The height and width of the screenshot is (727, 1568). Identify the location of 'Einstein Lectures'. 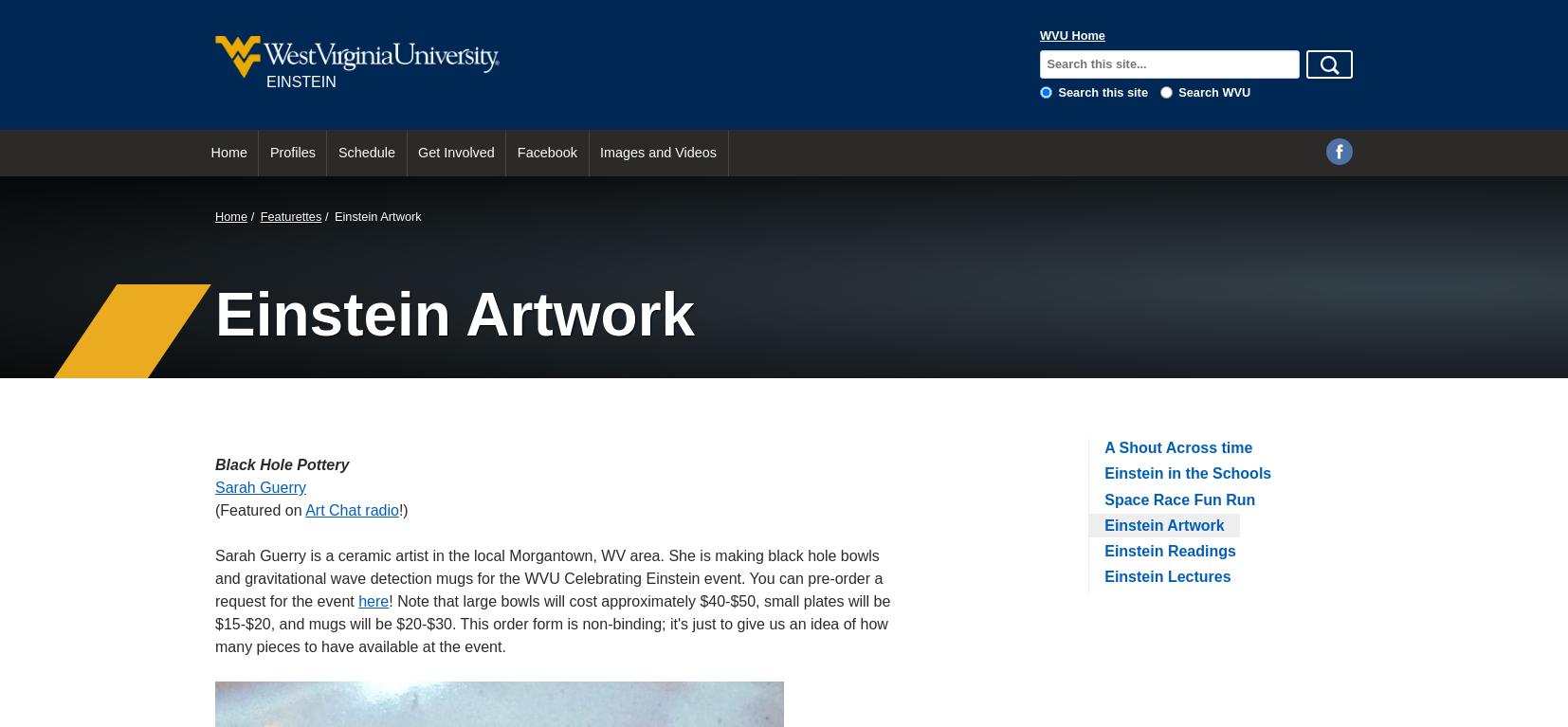
(1166, 576).